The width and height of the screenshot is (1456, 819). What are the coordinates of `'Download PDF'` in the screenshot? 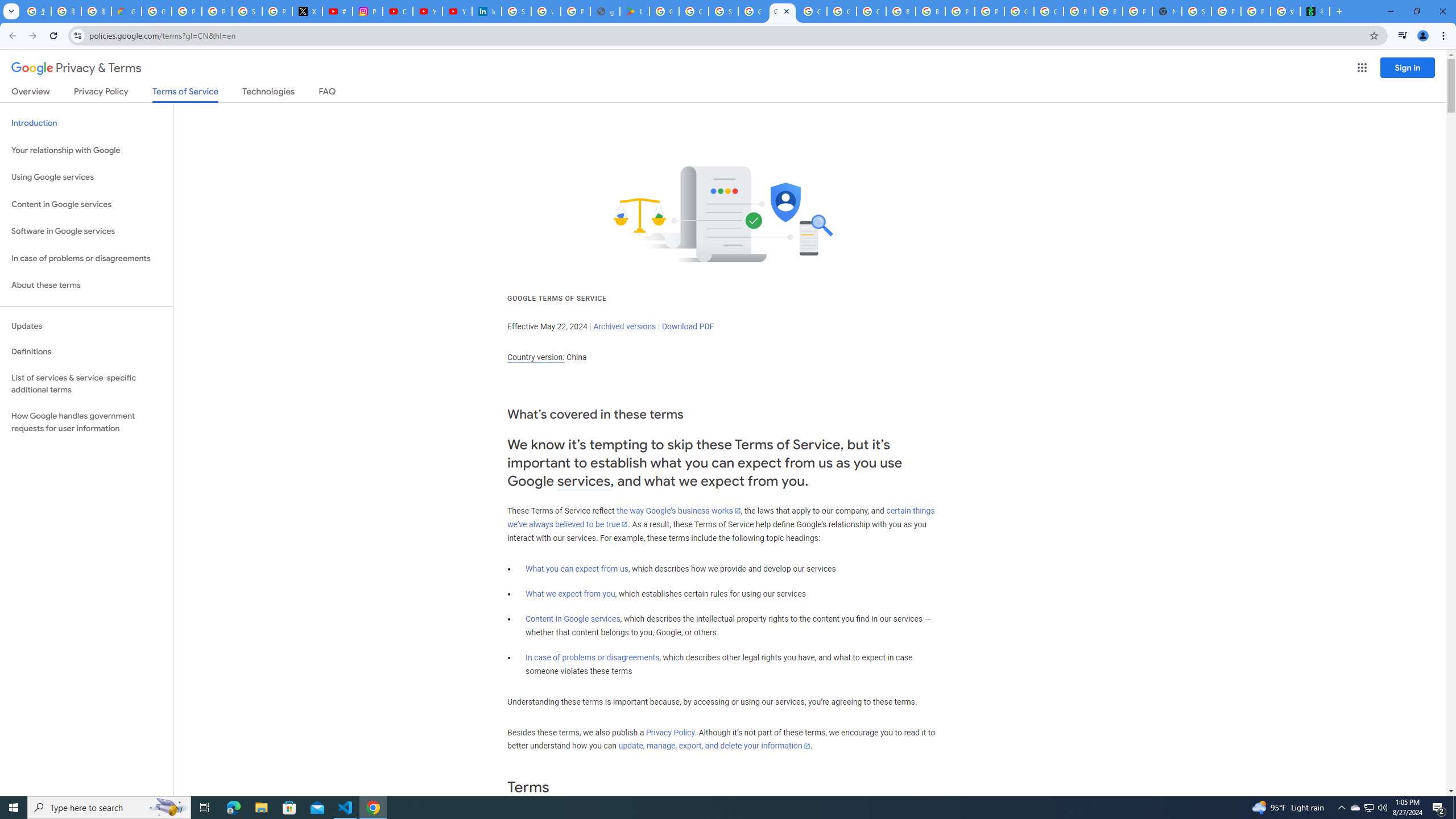 It's located at (687, 325).